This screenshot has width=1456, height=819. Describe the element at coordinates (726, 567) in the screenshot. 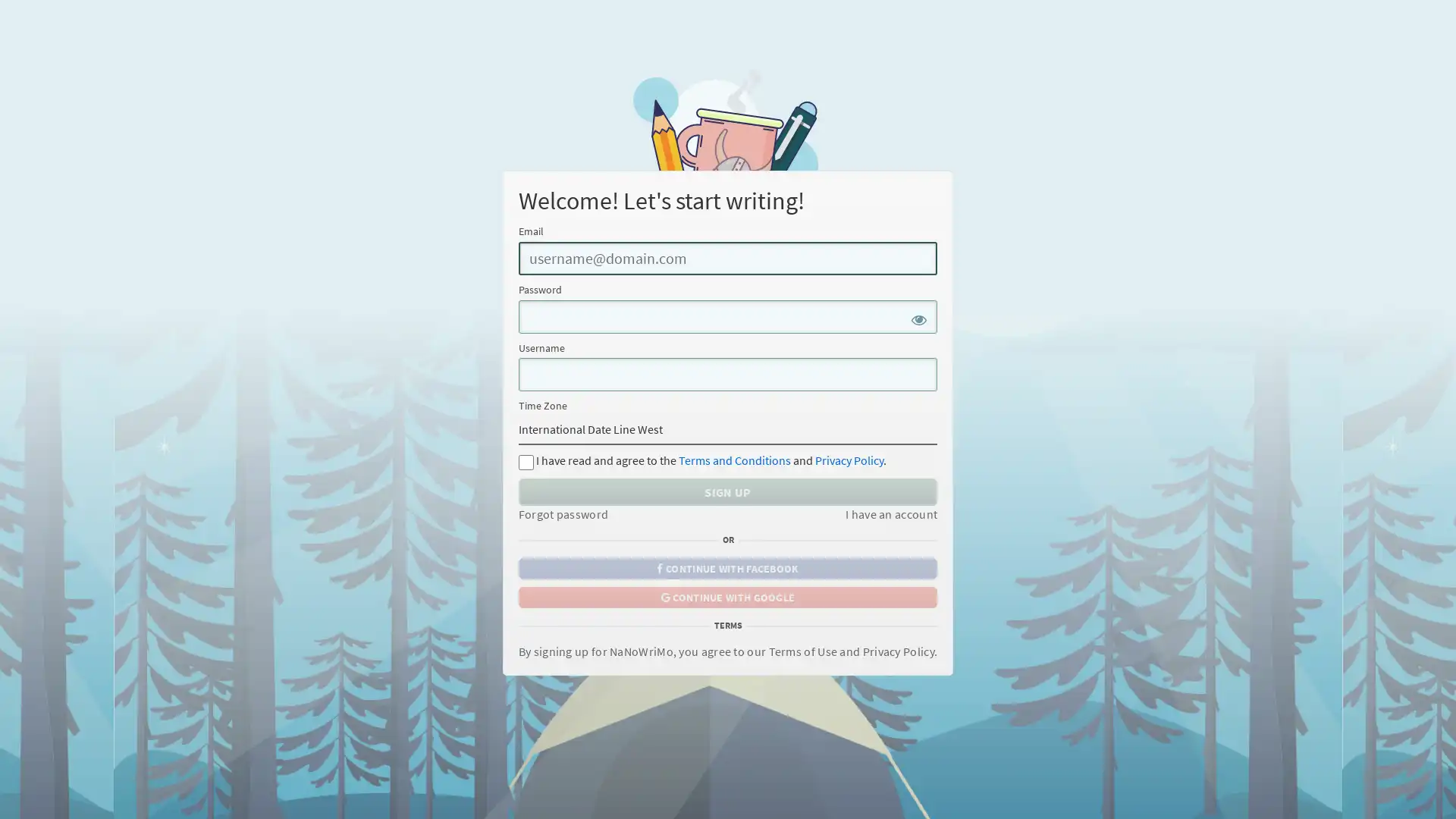

I see `CONTINUE WITH FACEBOOK` at that location.